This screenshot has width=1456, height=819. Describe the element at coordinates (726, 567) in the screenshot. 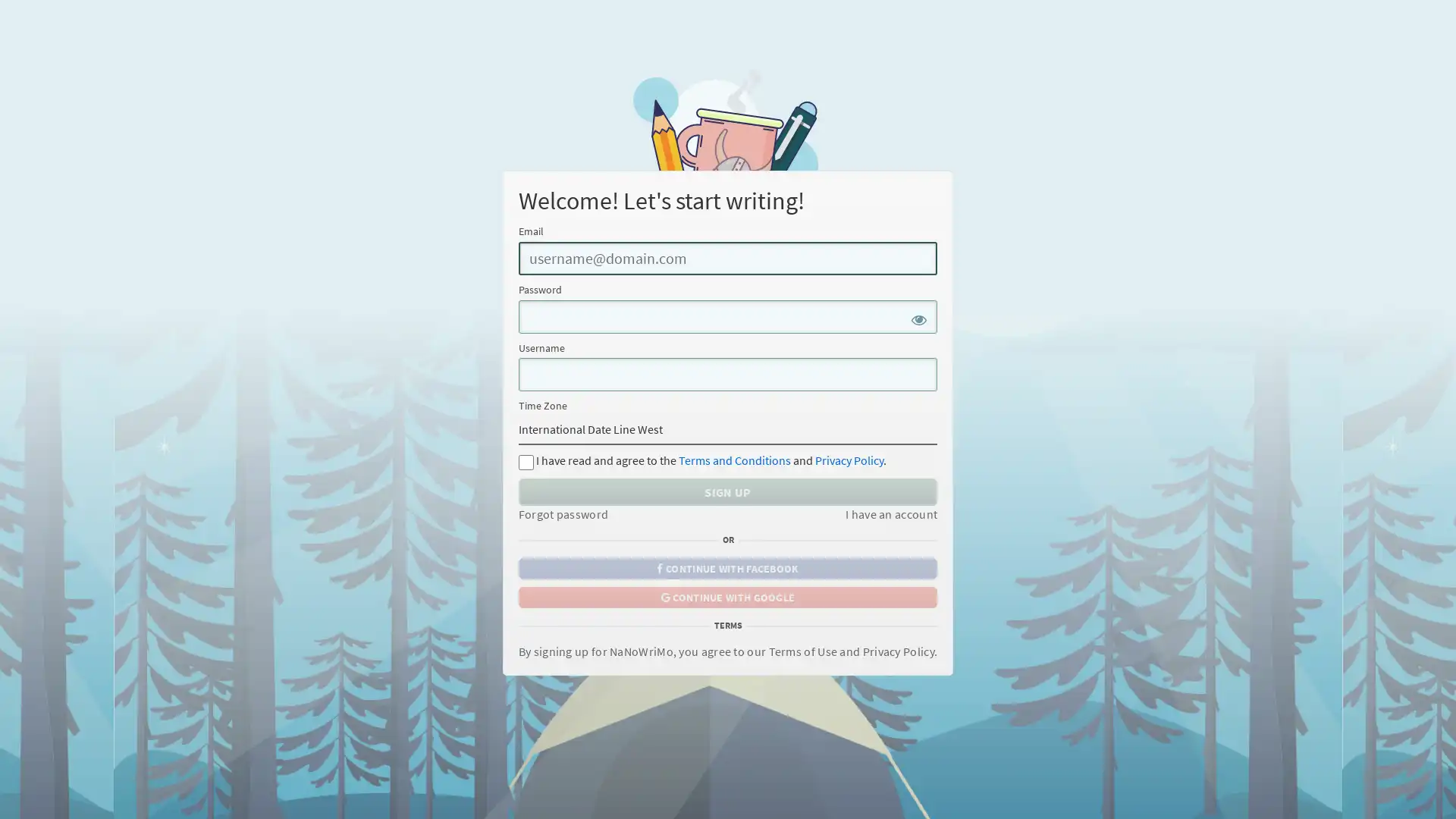

I see `CONTINUE WITH FACEBOOK` at that location.